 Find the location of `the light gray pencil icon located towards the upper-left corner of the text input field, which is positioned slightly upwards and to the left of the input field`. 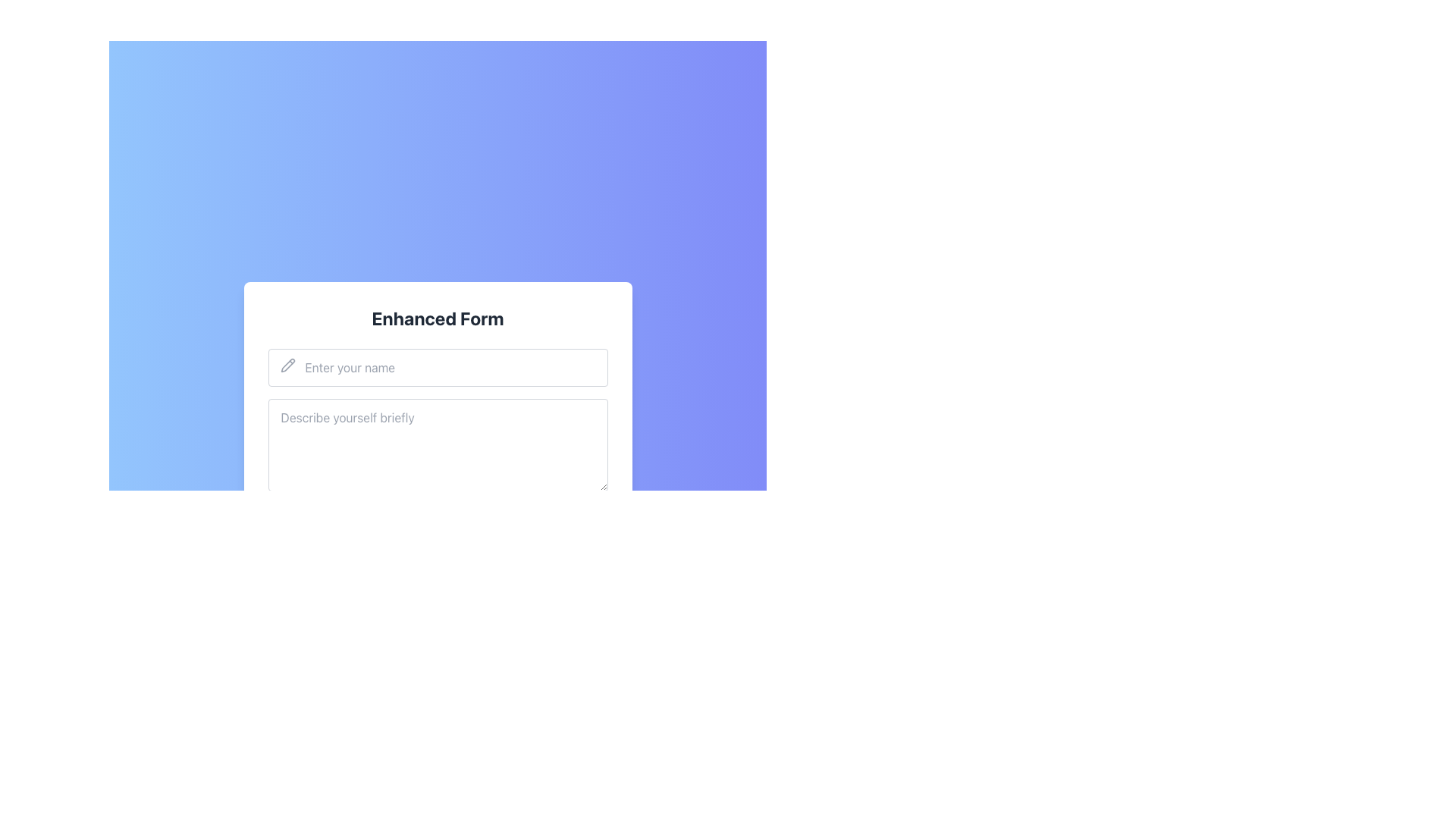

the light gray pencil icon located towards the upper-left corner of the text input field, which is positioned slightly upwards and to the left of the input field is located at coordinates (287, 366).